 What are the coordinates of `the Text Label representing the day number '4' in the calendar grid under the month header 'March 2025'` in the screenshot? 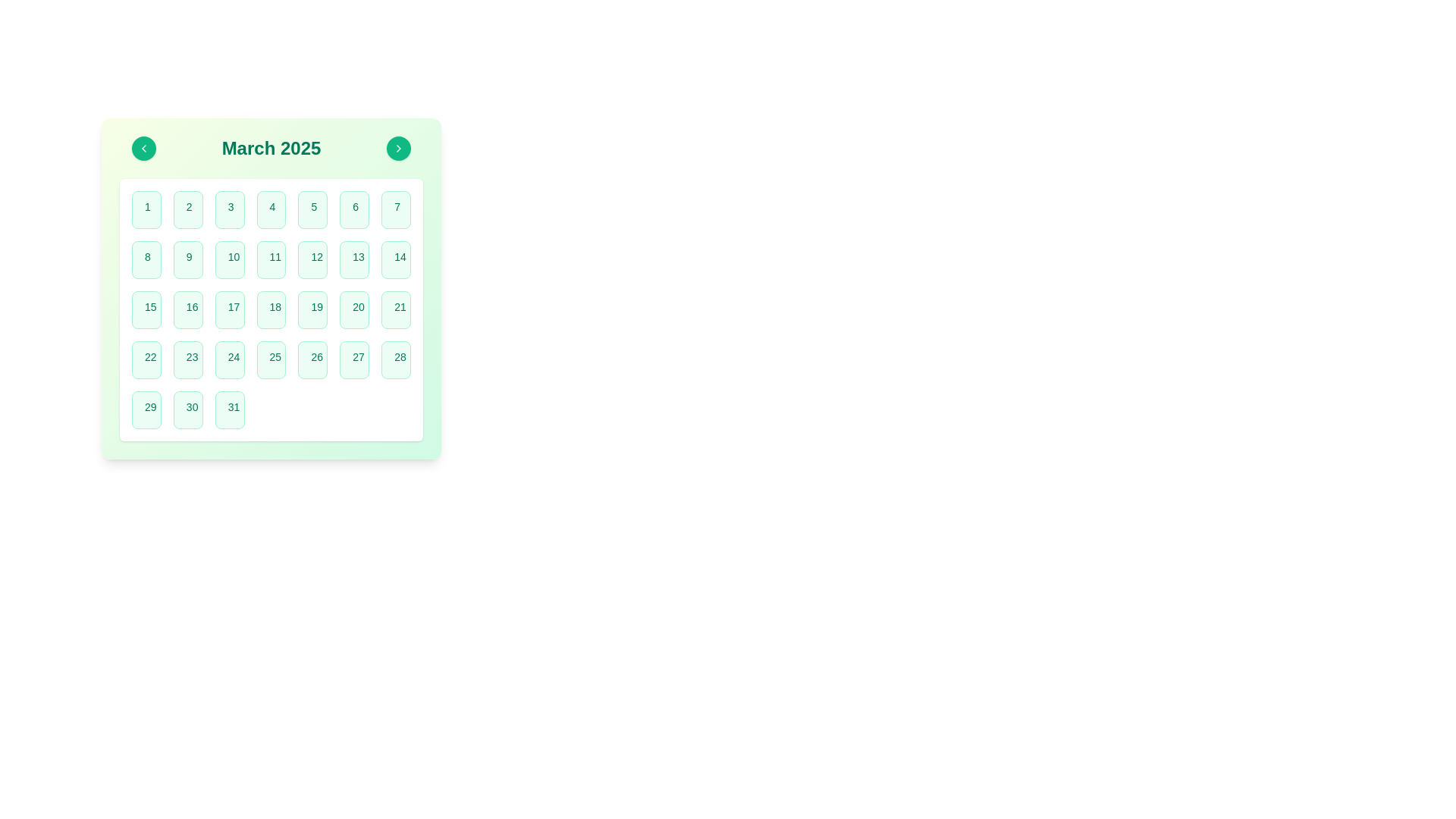 It's located at (272, 207).